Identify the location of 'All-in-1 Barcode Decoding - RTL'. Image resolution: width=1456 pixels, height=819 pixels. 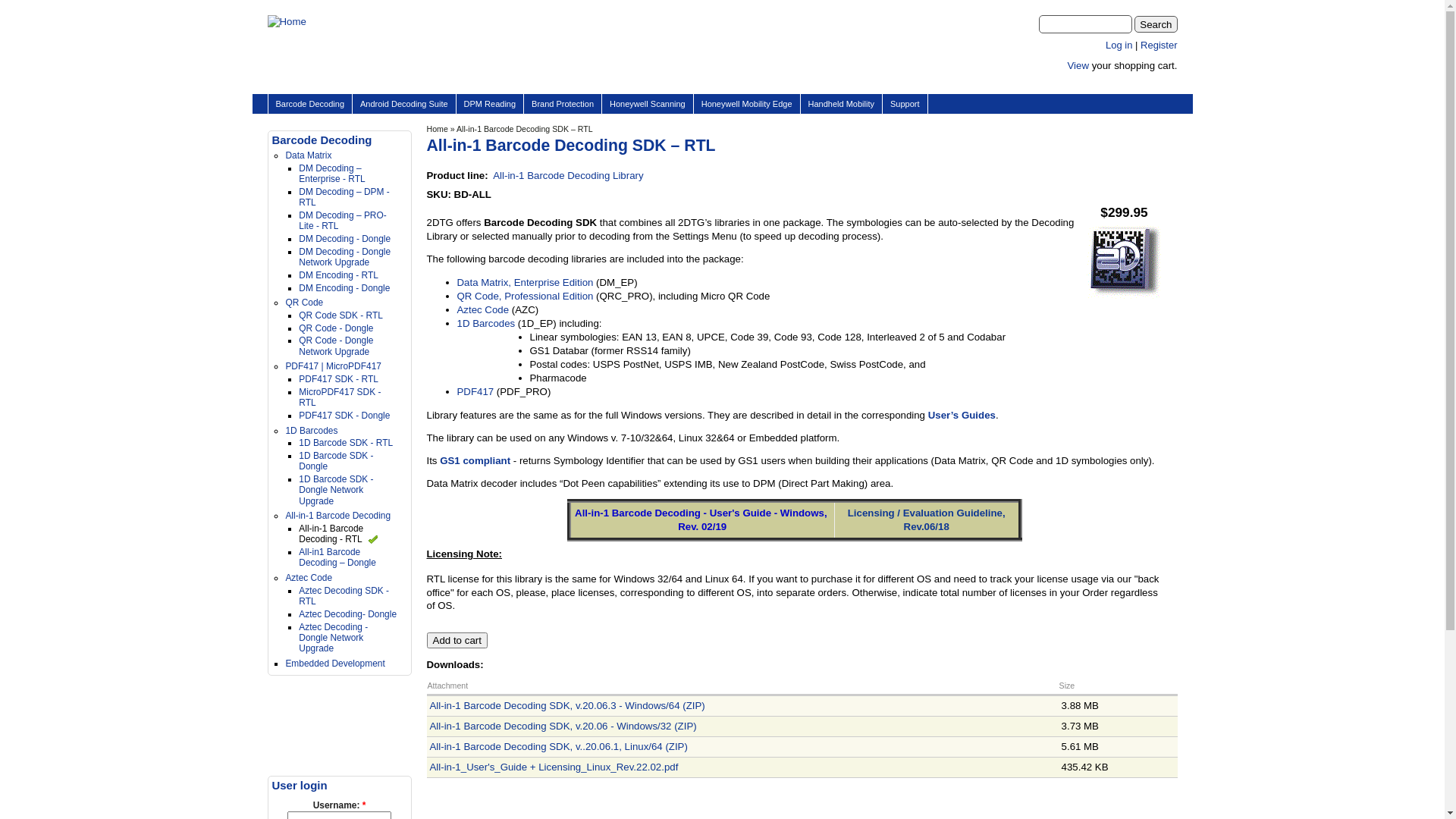
(337, 533).